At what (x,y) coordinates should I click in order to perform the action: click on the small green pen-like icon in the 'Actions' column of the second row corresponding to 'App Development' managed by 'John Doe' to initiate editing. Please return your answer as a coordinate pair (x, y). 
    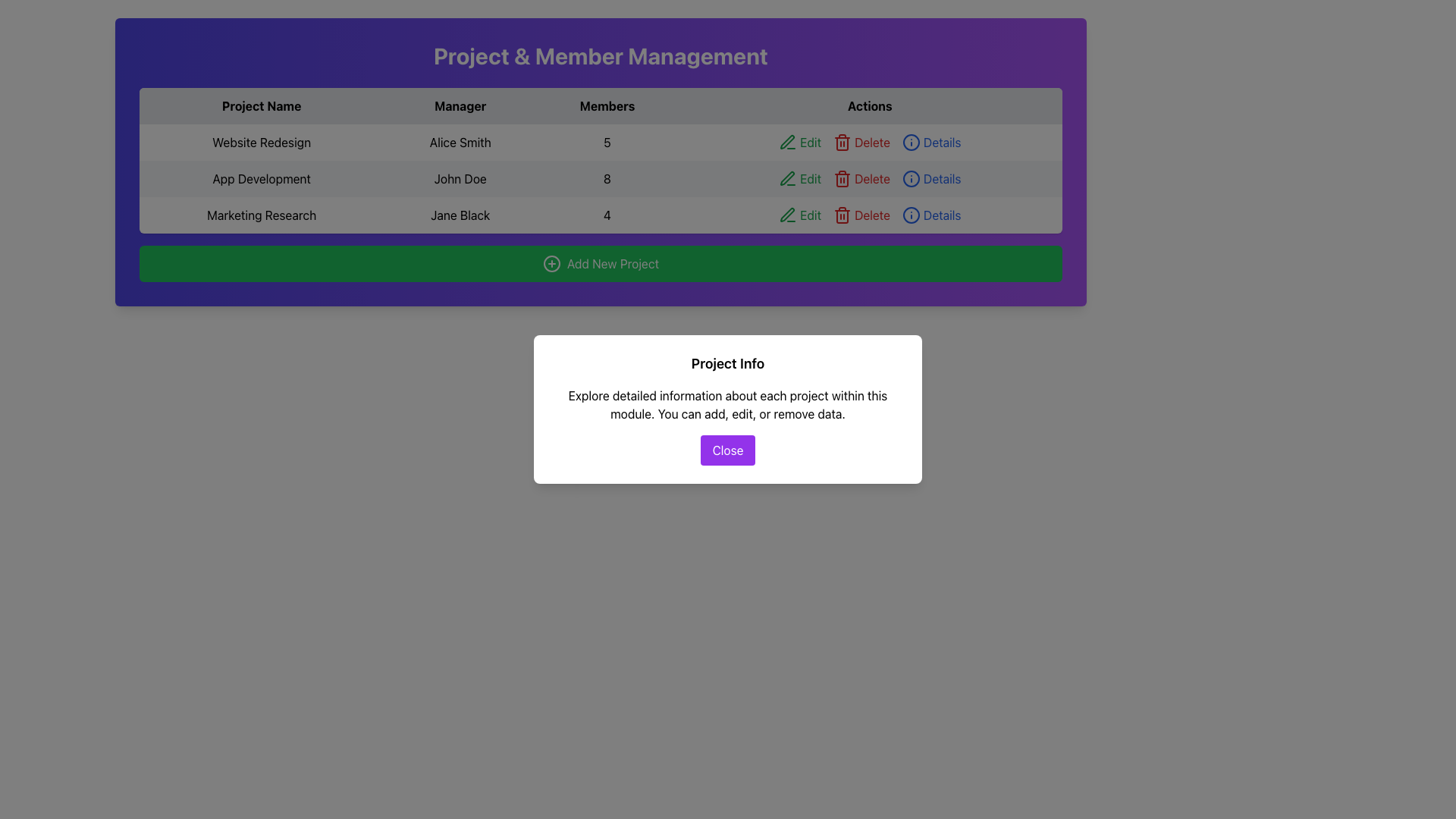
    Looking at the image, I should click on (787, 142).